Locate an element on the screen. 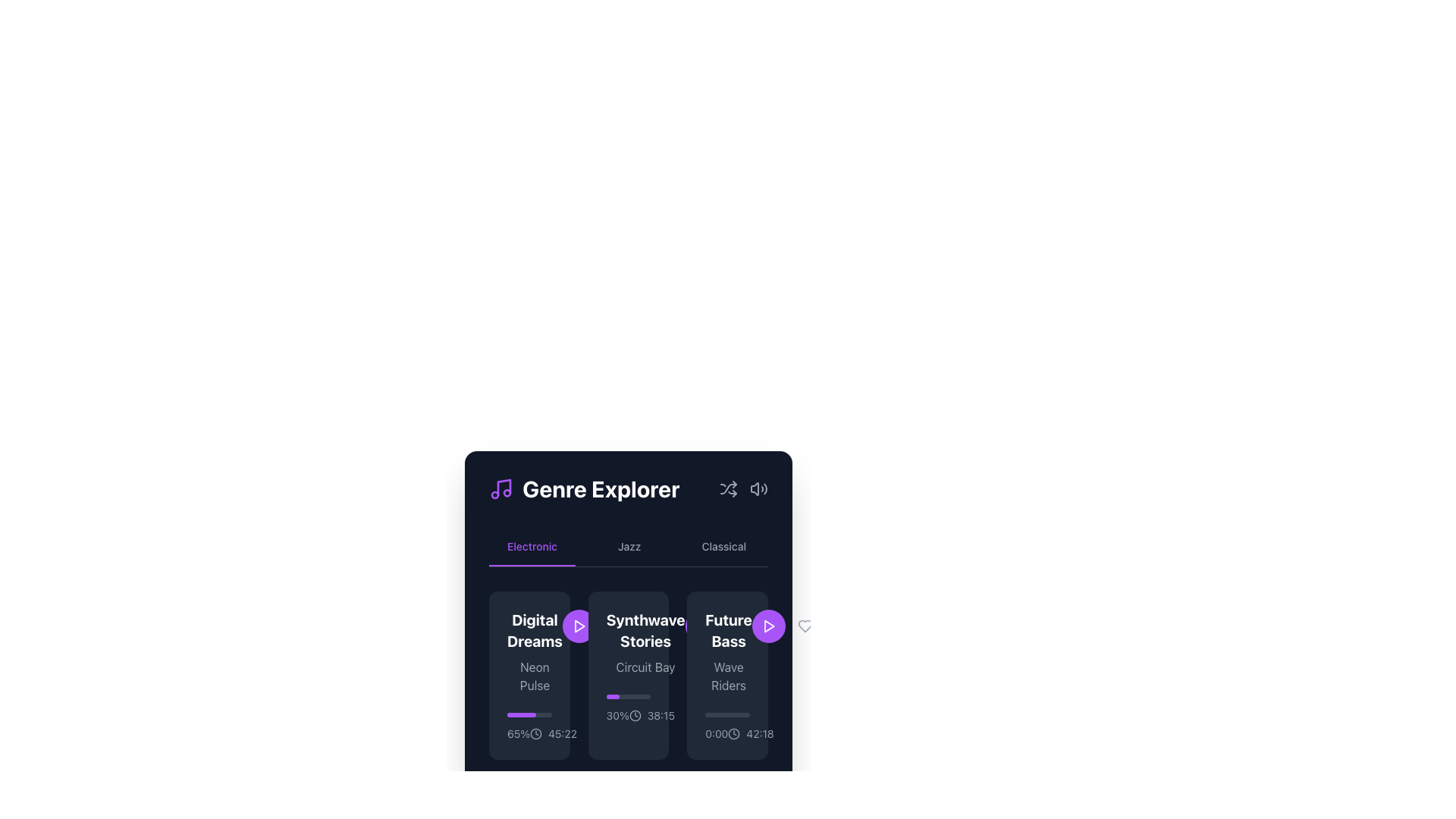 The height and width of the screenshot is (819, 1456). the play button for the 'Future Bass' music track, which is located at the bottom-right corner of the 'Future Bass' card is located at coordinates (768, 626).